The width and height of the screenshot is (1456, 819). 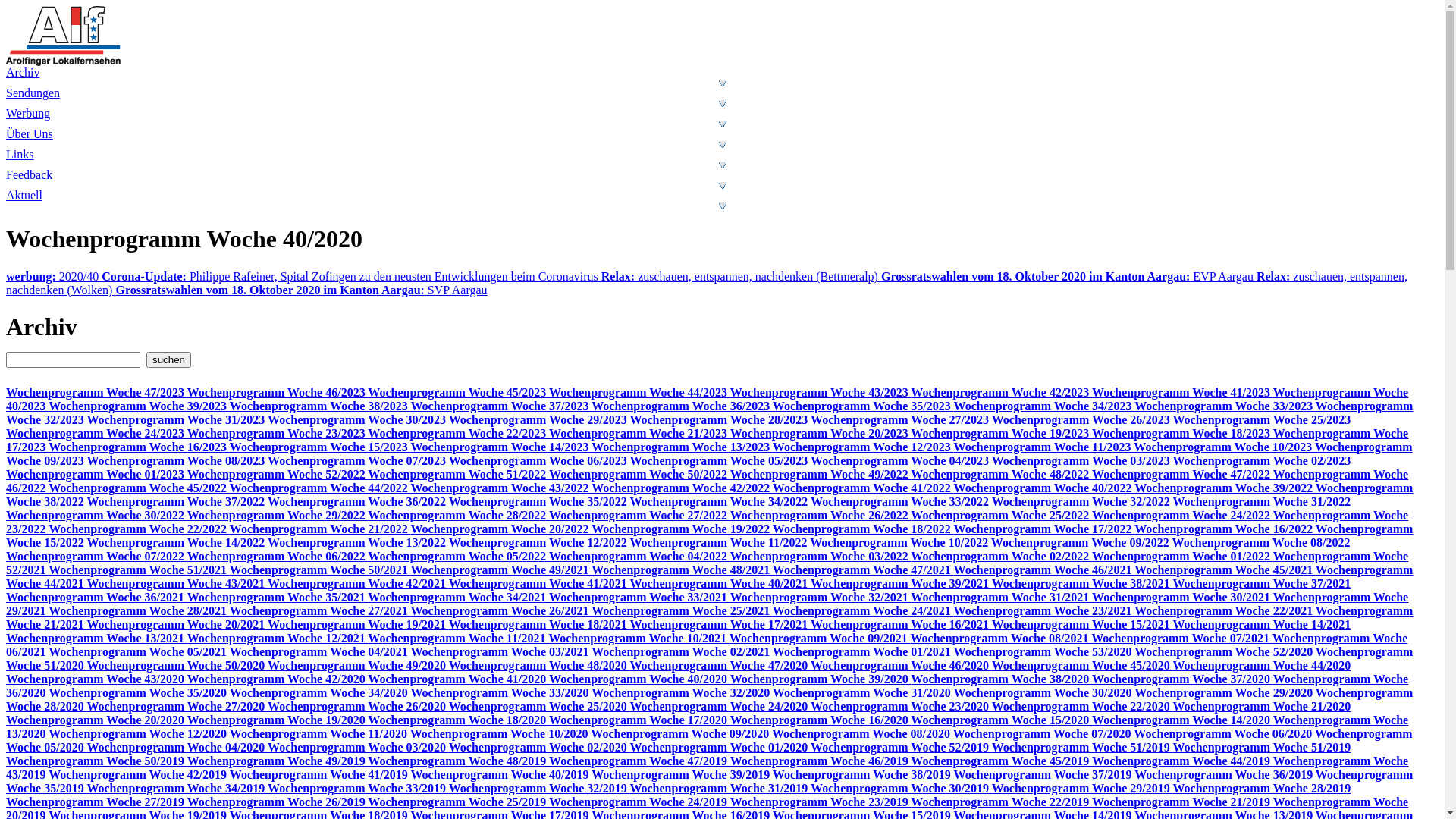 I want to click on 'Wochenprogramm Woche 43/2023', so click(x=820, y=391).